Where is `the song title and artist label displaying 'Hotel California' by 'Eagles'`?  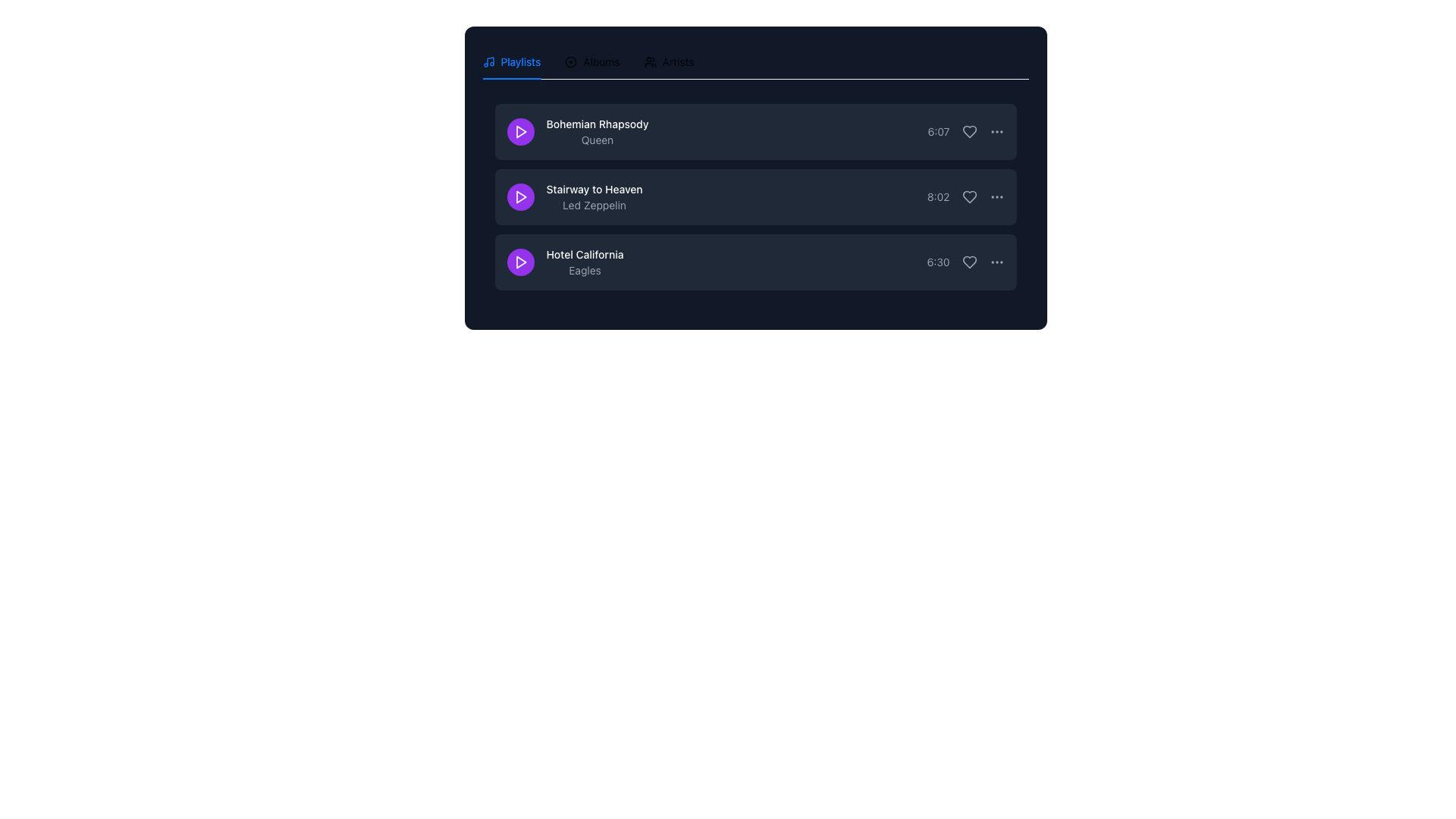
the song title and artist label displaying 'Hotel California' by 'Eagles' is located at coordinates (564, 262).